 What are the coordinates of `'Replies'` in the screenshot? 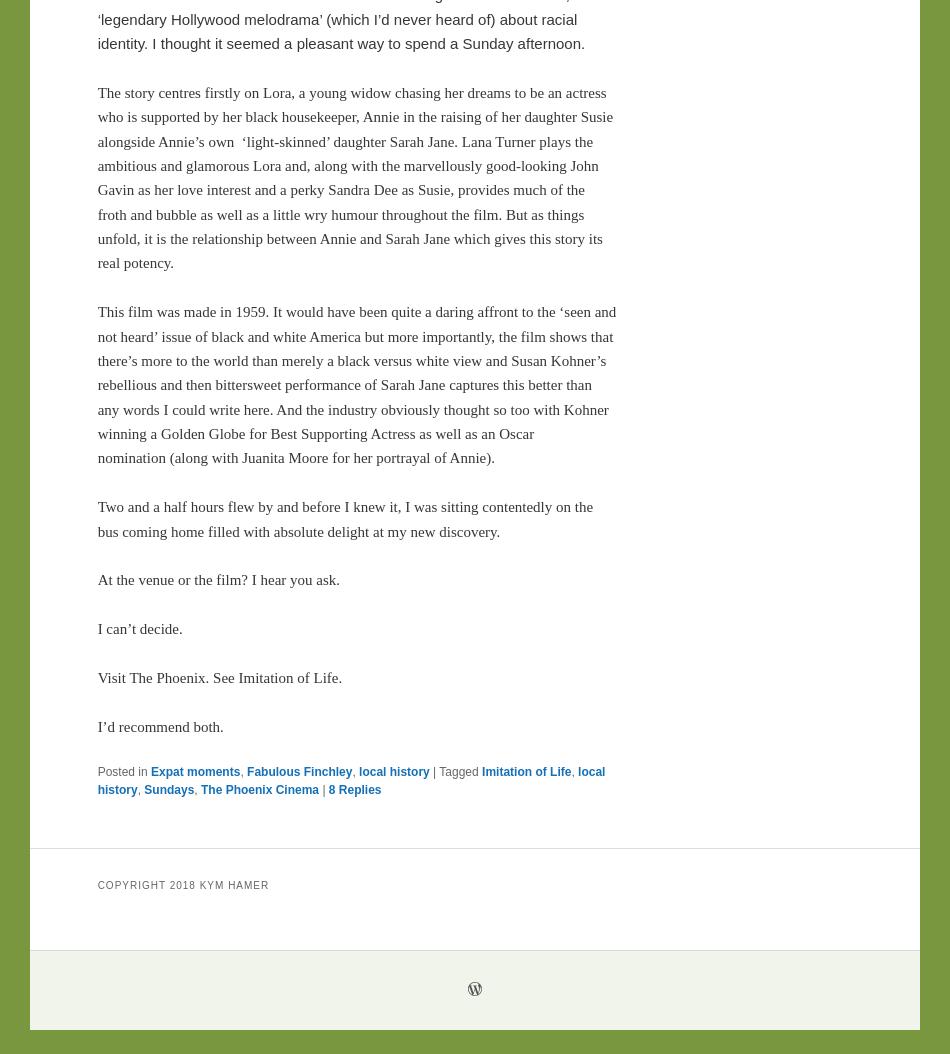 It's located at (356, 789).